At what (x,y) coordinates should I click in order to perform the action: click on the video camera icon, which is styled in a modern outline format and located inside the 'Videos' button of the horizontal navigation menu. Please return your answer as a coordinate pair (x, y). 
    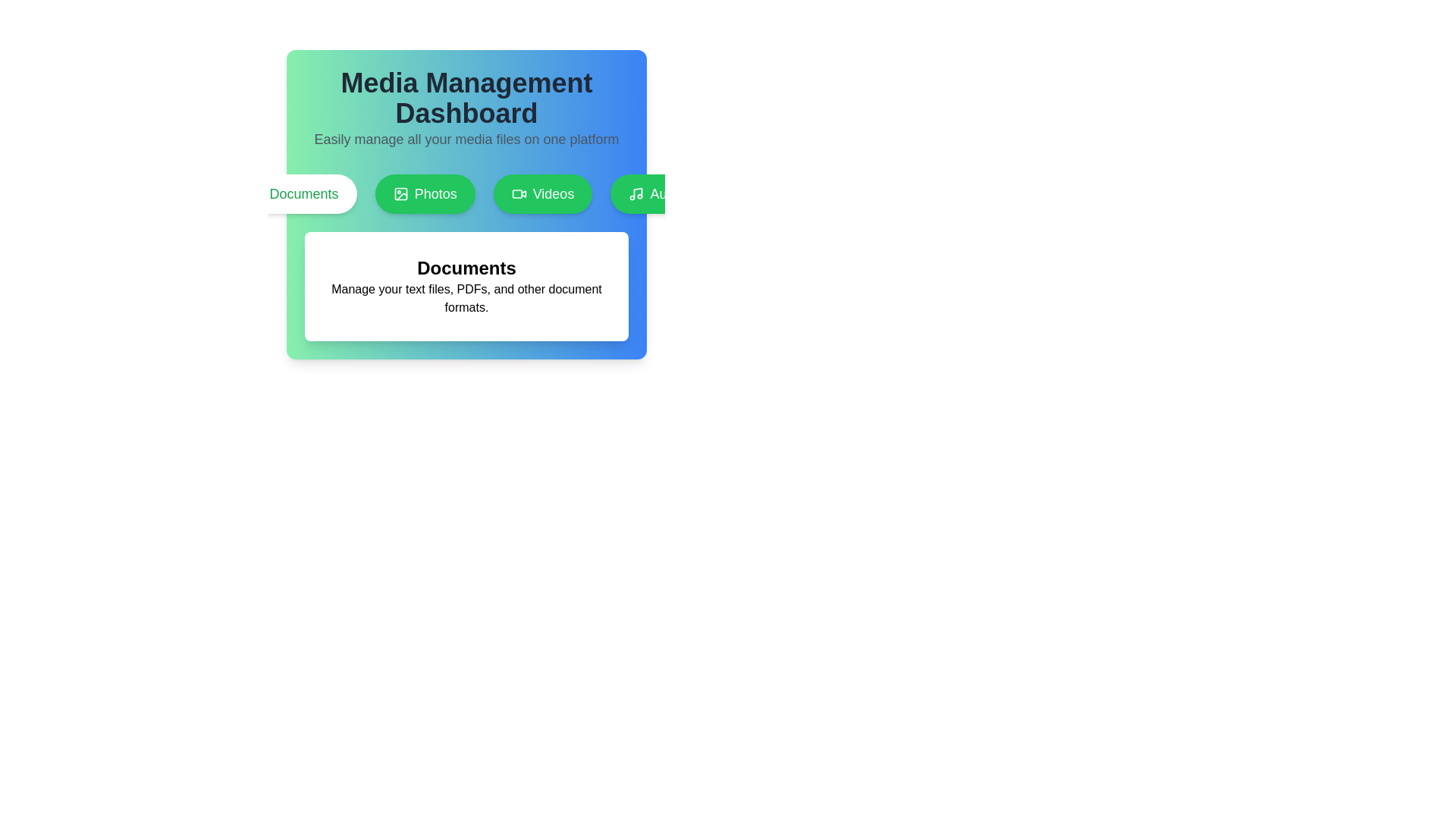
    Looking at the image, I should click on (519, 193).